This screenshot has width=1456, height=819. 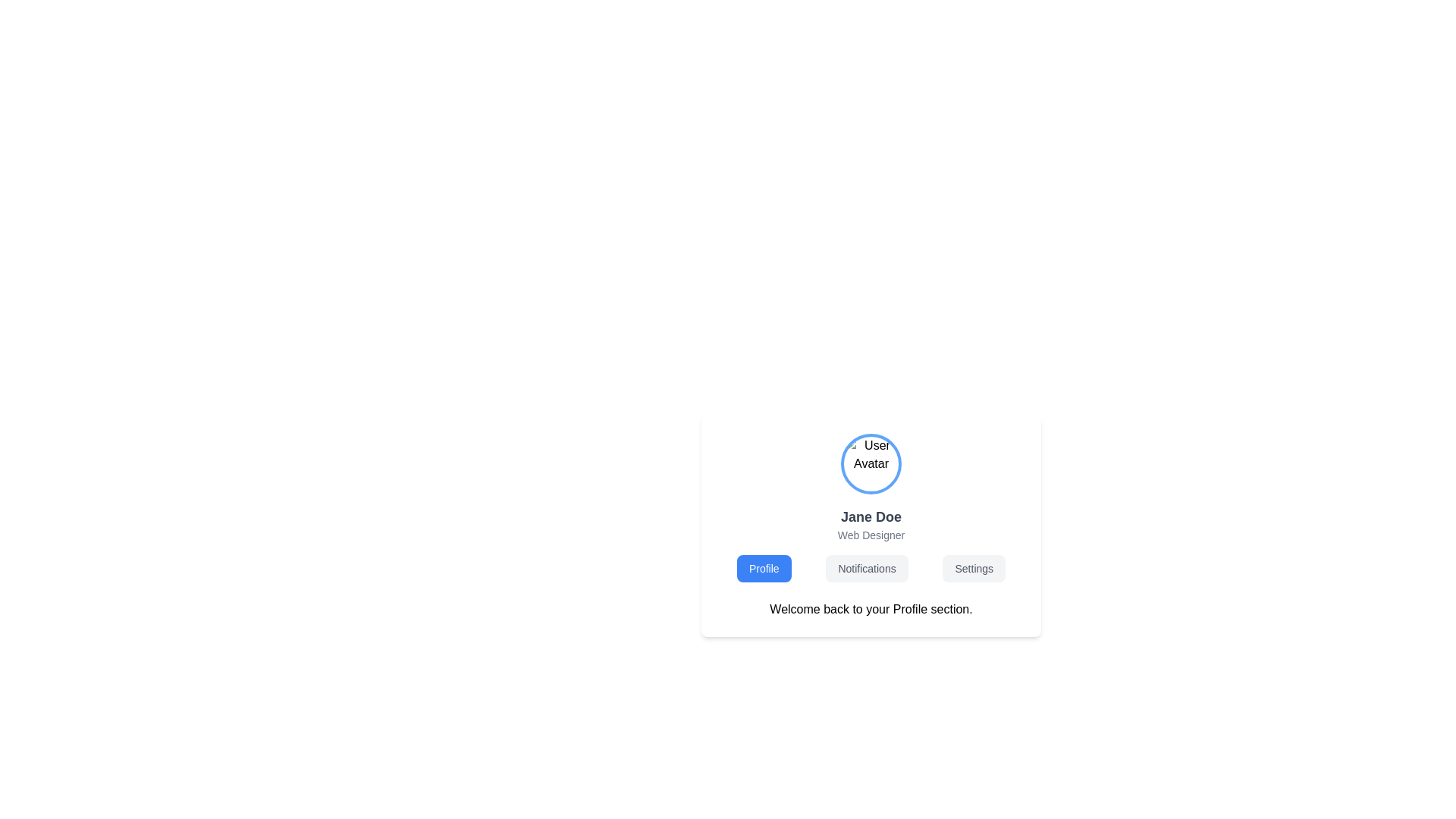 I want to click on the user avatar located at the top of the profile card, which represents the profile picture for user Jane Doe, so click(x=871, y=463).